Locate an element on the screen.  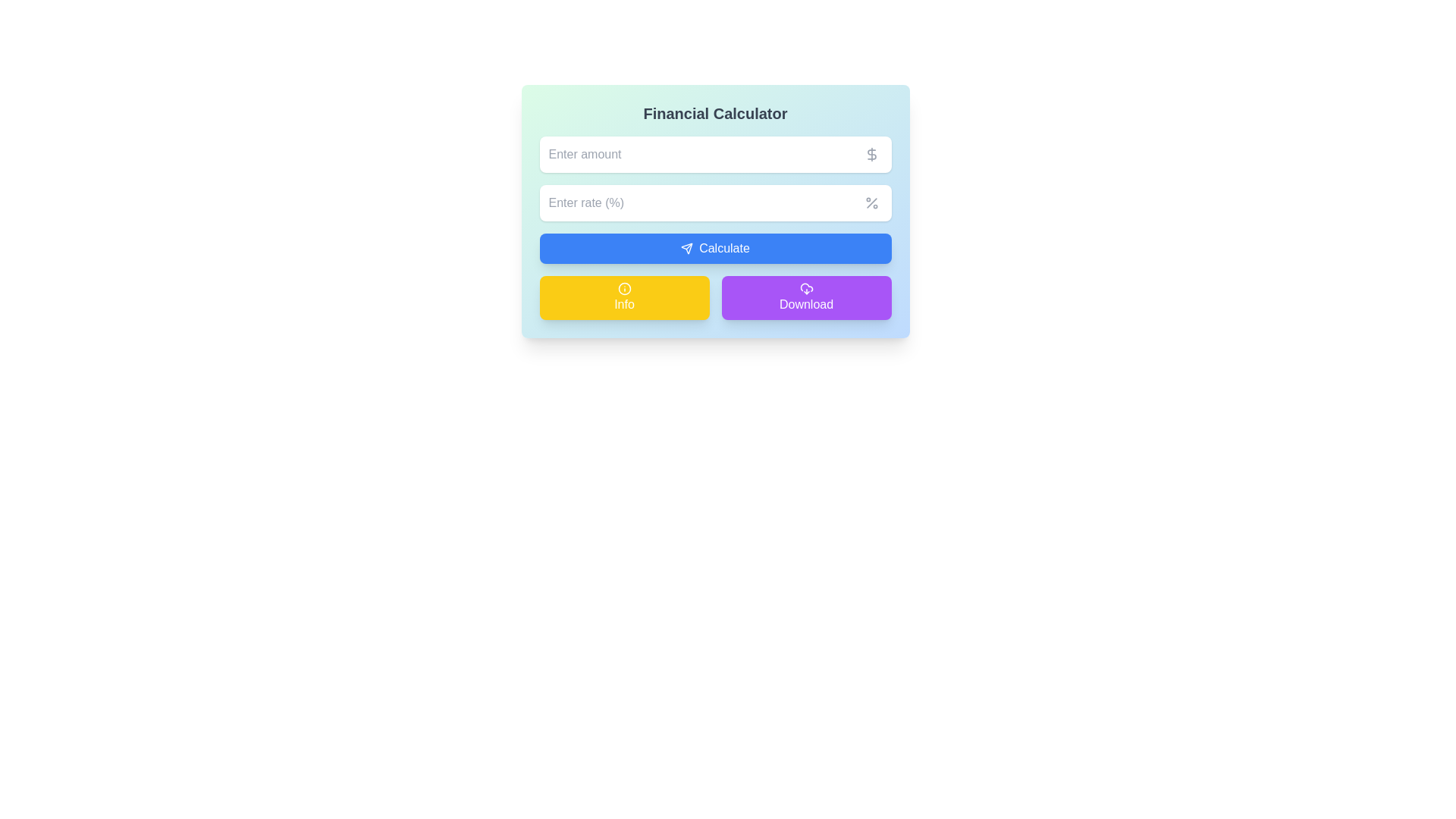
the thin diagonal decorative line that runs from the top-right to the bottom-left within the percentage icon, located to the right of the second text box labeled 'Enter rate (%)' is located at coordinates (871, 202).